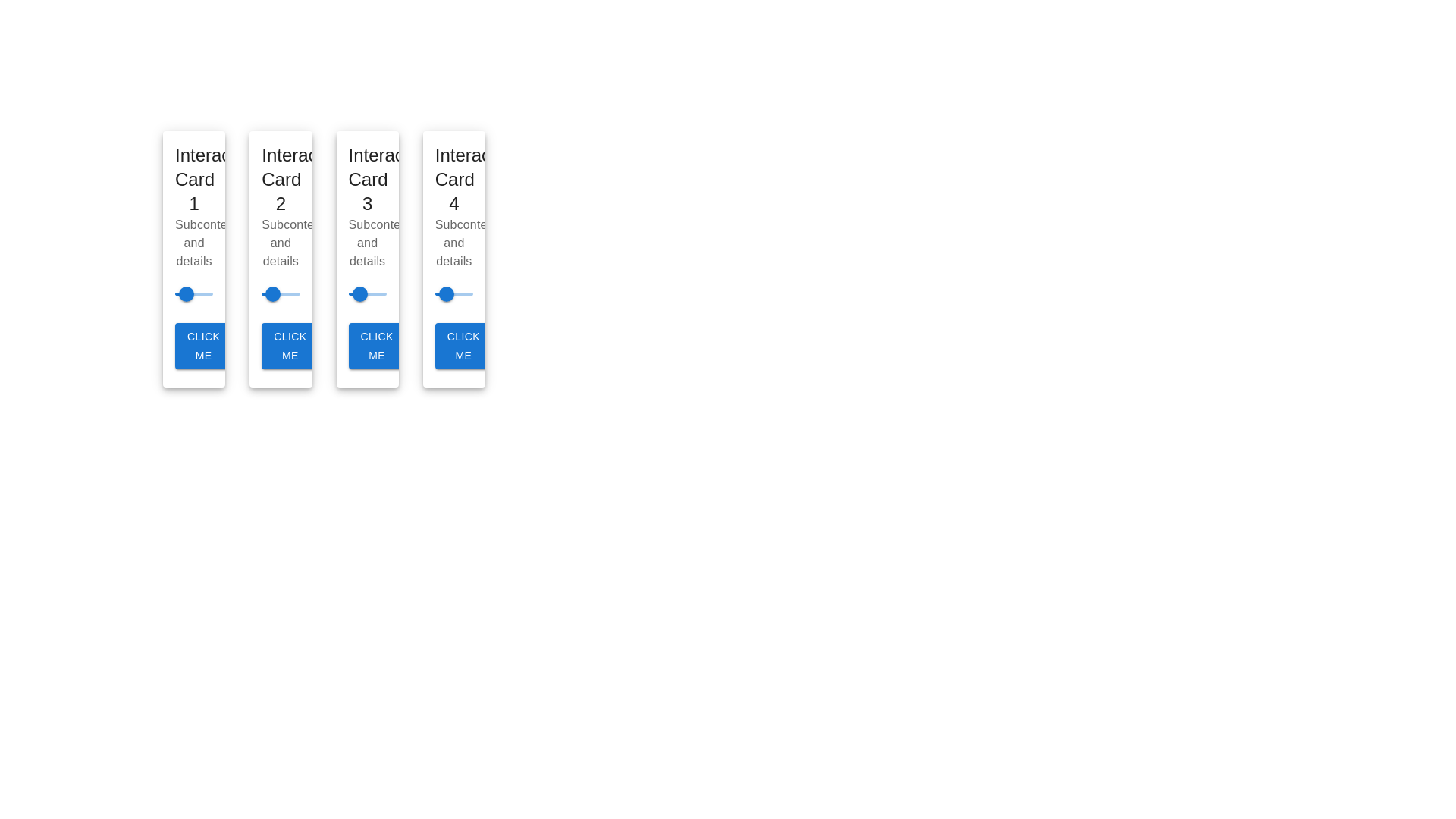 This screenshot has width=1456, height=819. What do you see at coordinates (367, 294) in the screenshot?
I see `the slider's value` at bounding box center [367, 294].